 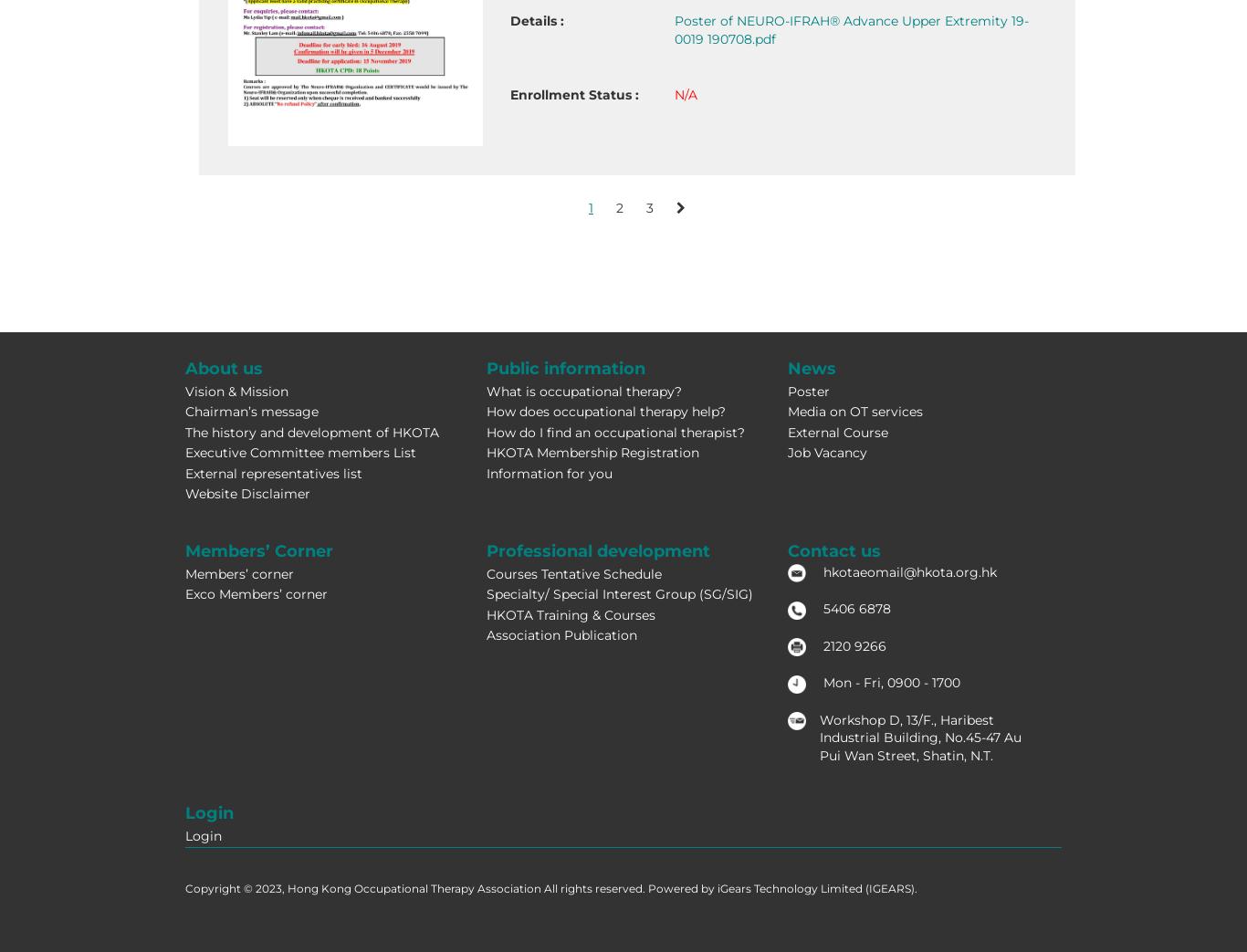 What do you see at coordinates (854, 607) in the screenshot?
I see `'5406 6878'` at bounding box center [854, 607].